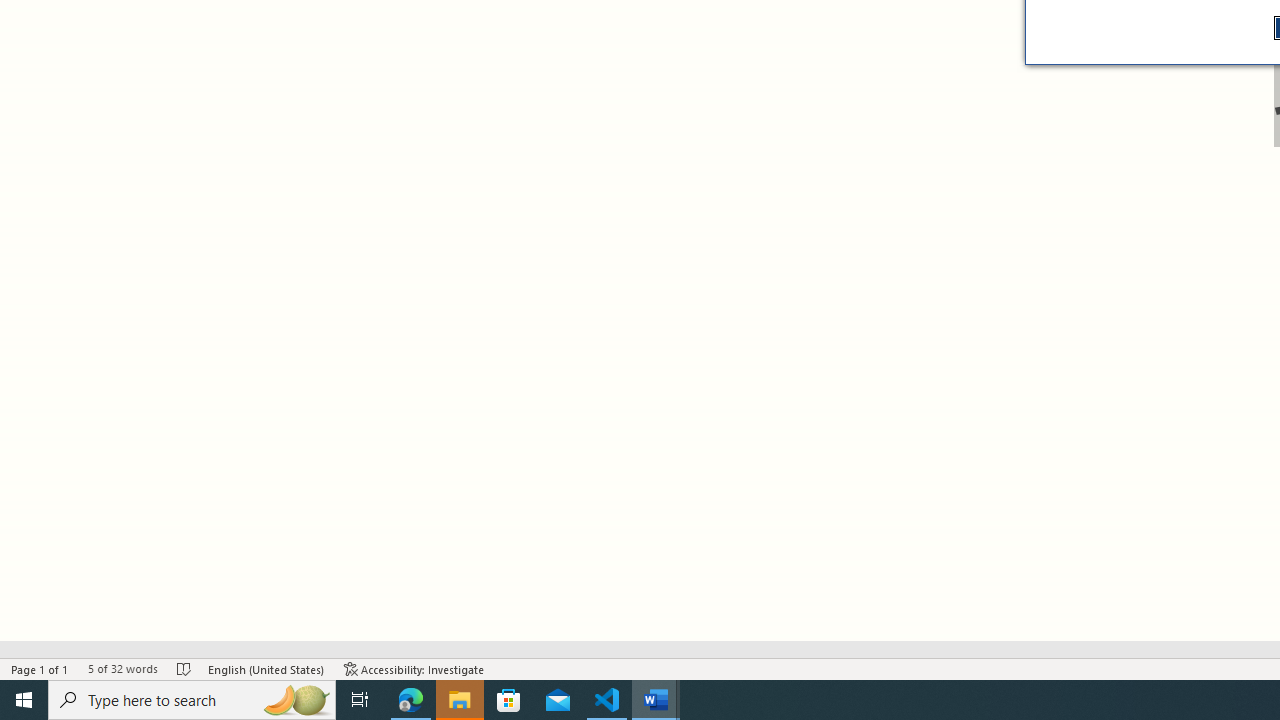  Describe the element at coordinates (509, 698) in the screenshot. I see `'Microsoft Store'` at that location.